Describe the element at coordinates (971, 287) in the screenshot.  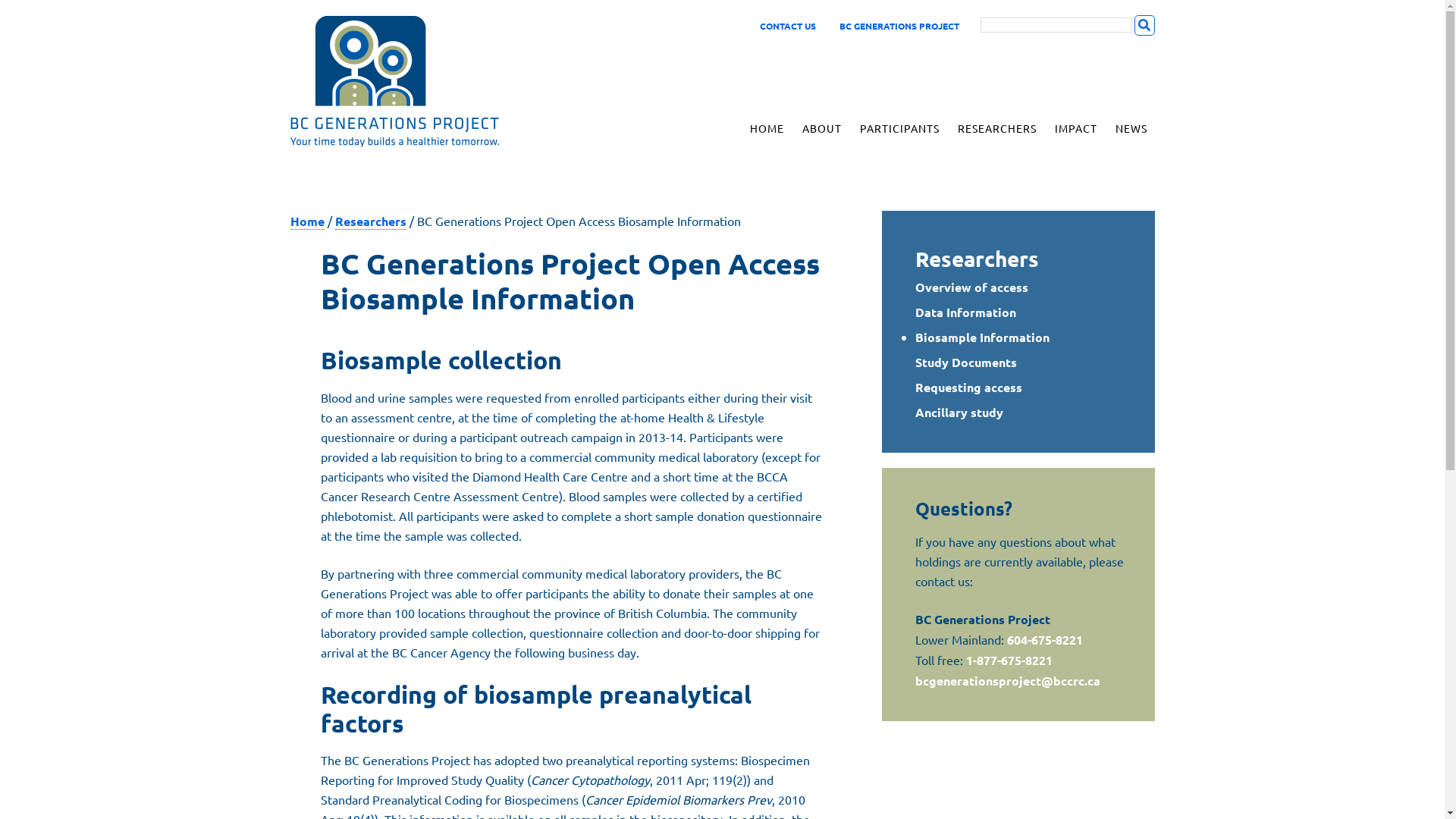
I see `'Overview of access'` at that location.